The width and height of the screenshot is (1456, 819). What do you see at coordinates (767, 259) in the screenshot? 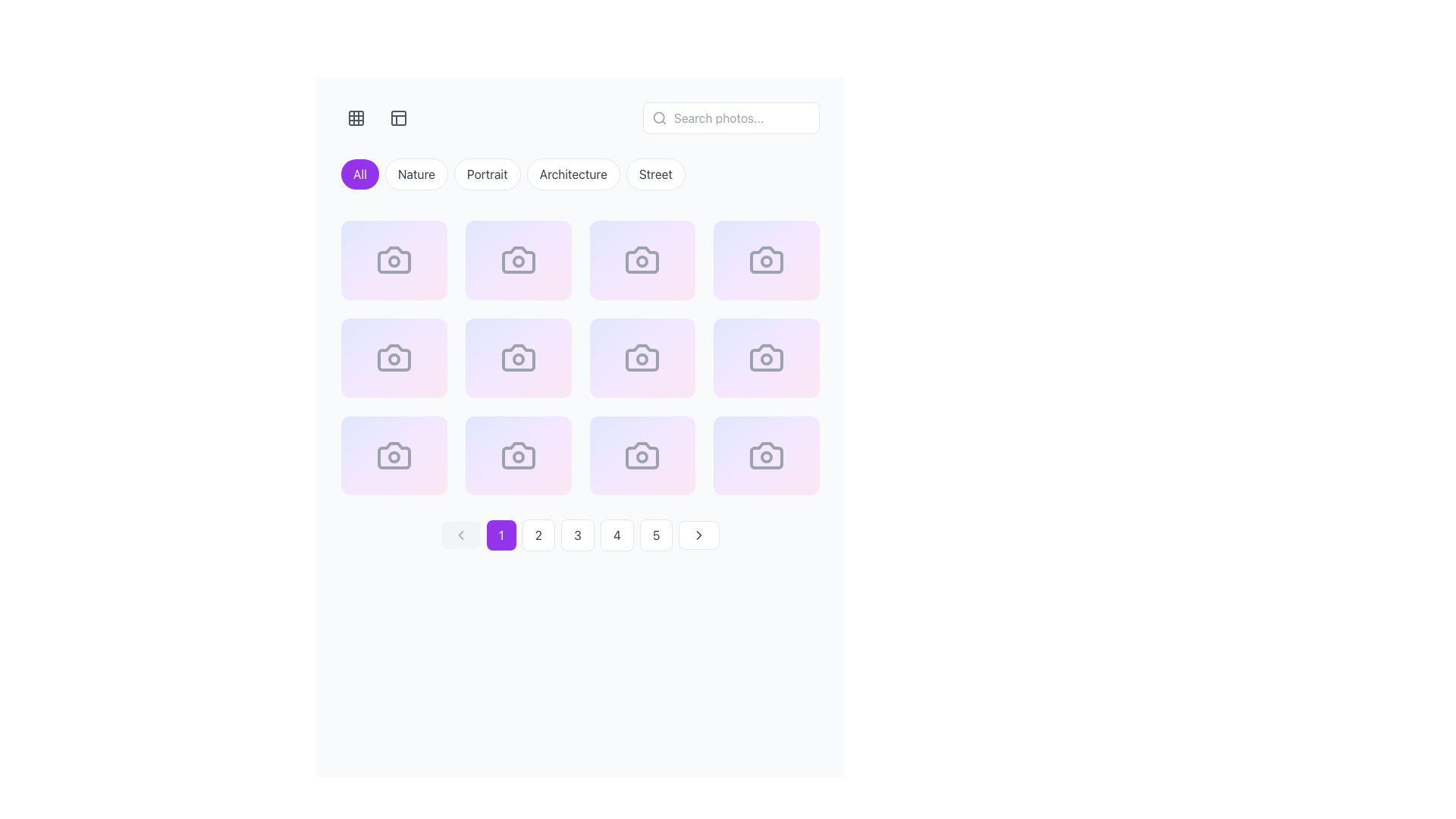
I see `the static content block with a gradient background transitioning from indigo to pink, which contains a centrally placed gray camera icon` at bounding box center [767, 259].